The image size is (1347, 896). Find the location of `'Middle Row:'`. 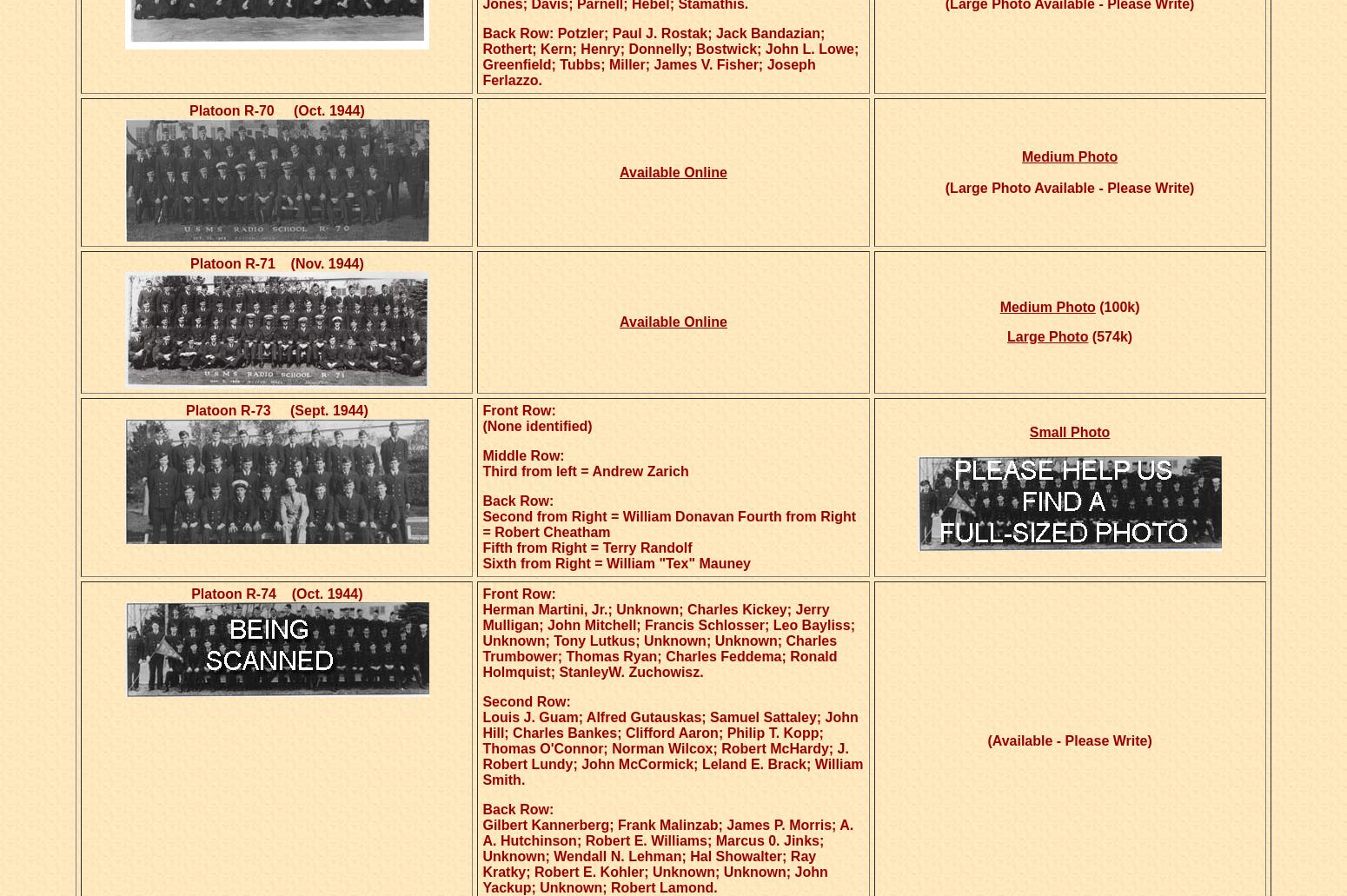

'Middle Row:' is located at coordinates (523, 455).